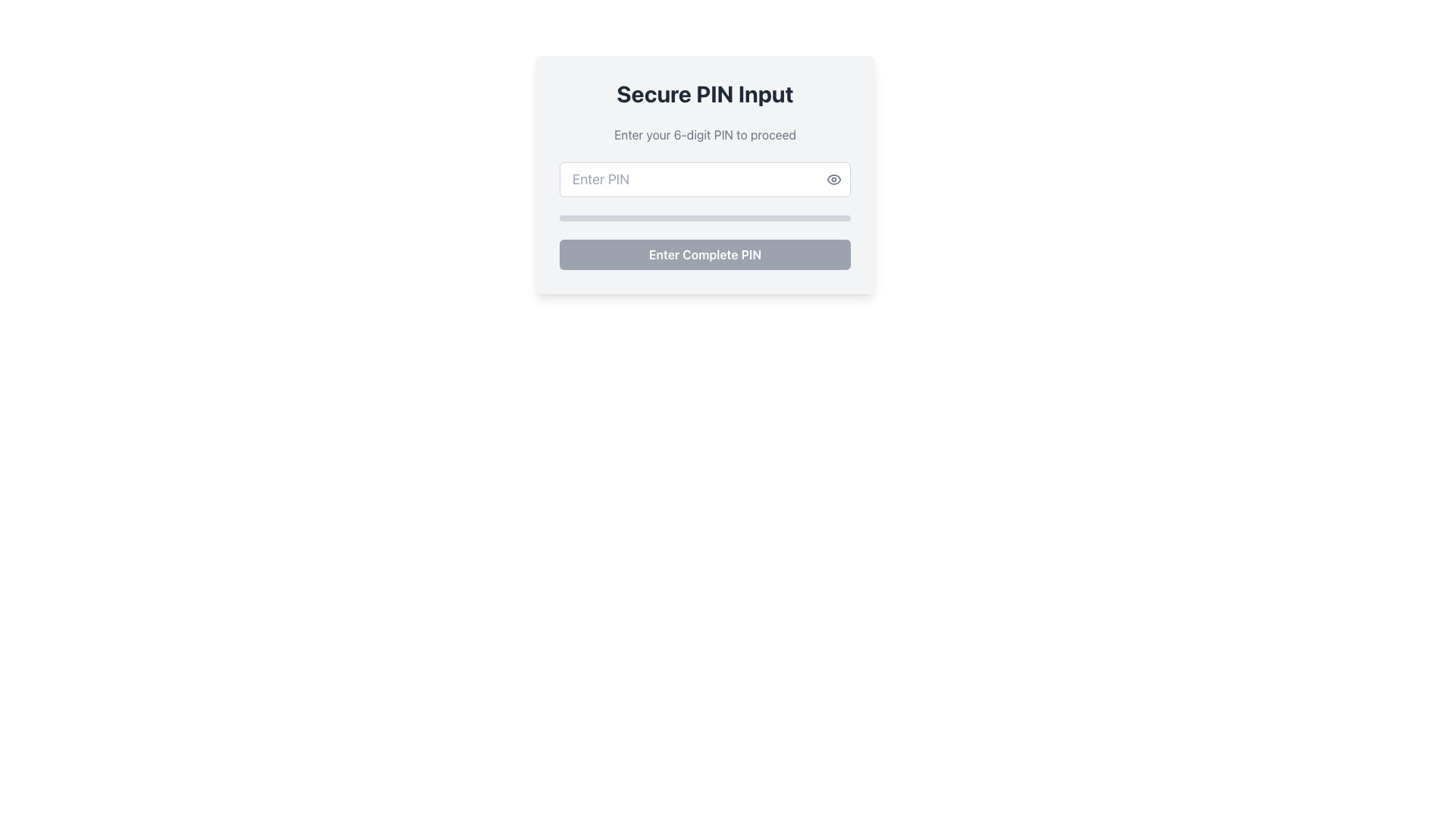  I want to click on the submit button located at the bottom of the 'Secure PIN Input' card, which is currently disabled, so click(704, 253).